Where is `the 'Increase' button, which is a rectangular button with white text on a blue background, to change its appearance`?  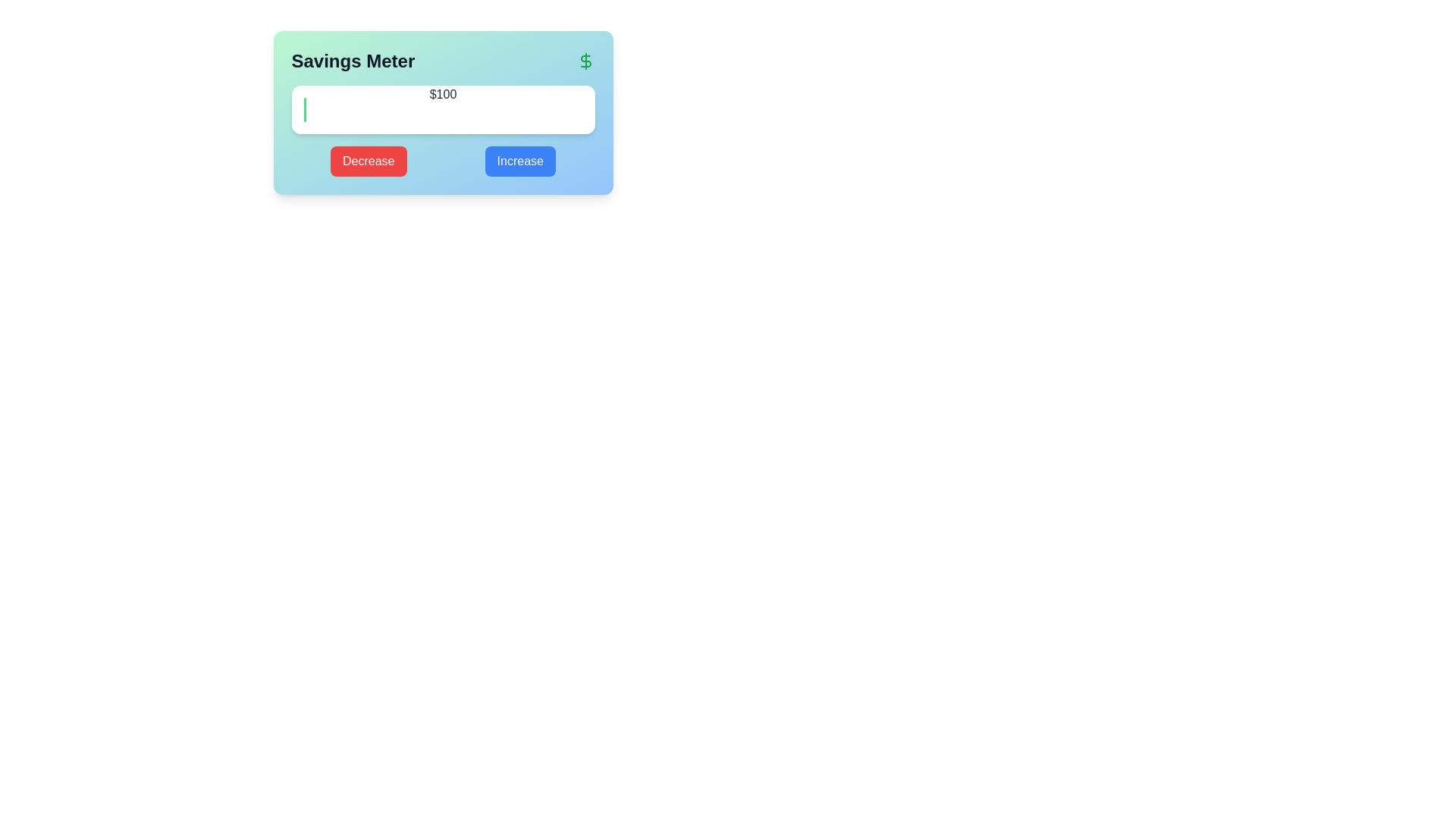
the 'Increase' button, which is a rectangular button with white text on a blue background, to change its appearance is located at coordinates (520, 161).